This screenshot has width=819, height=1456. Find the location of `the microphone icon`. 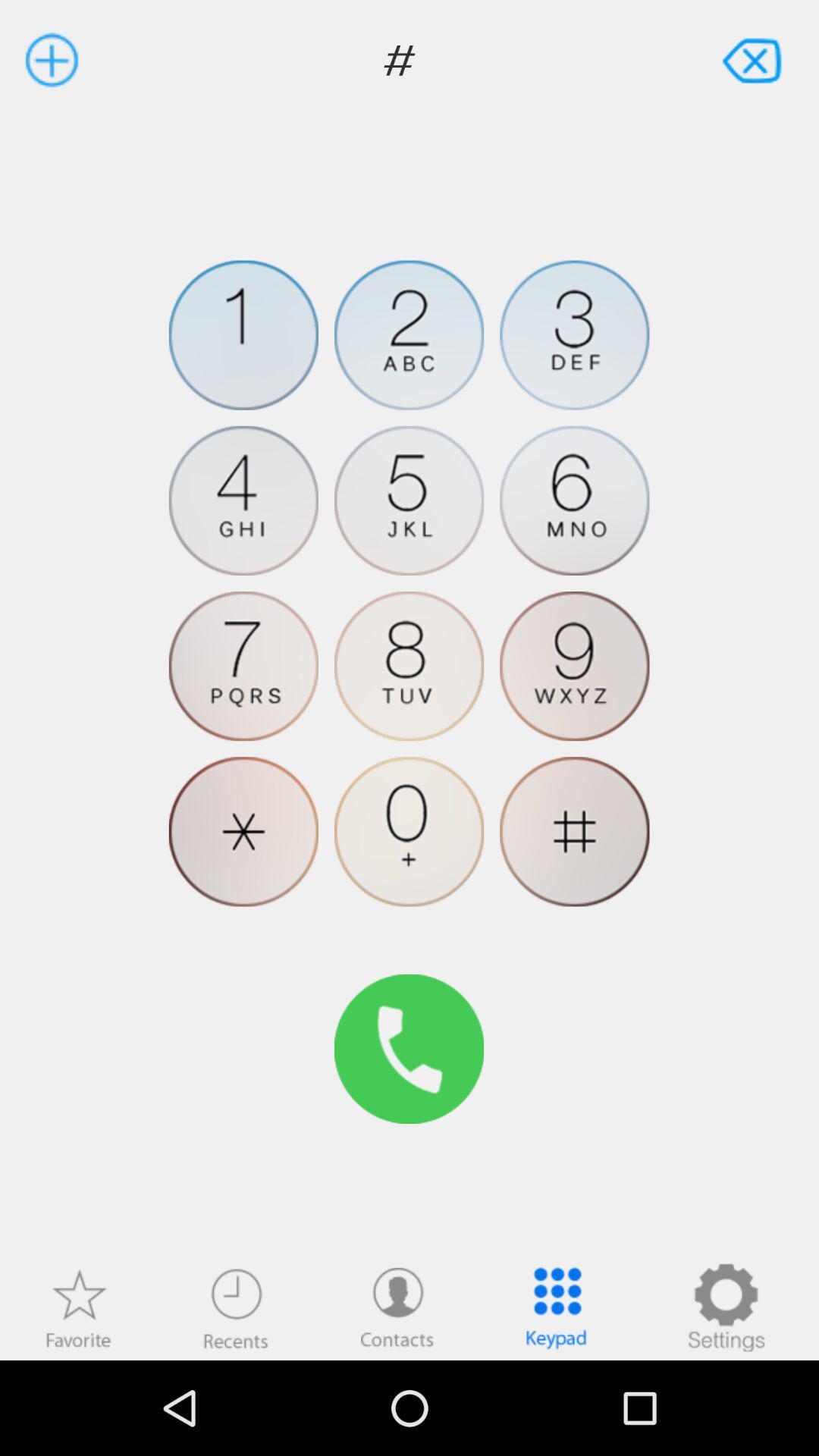

the microphone icon is located at coordinates (408, 890).